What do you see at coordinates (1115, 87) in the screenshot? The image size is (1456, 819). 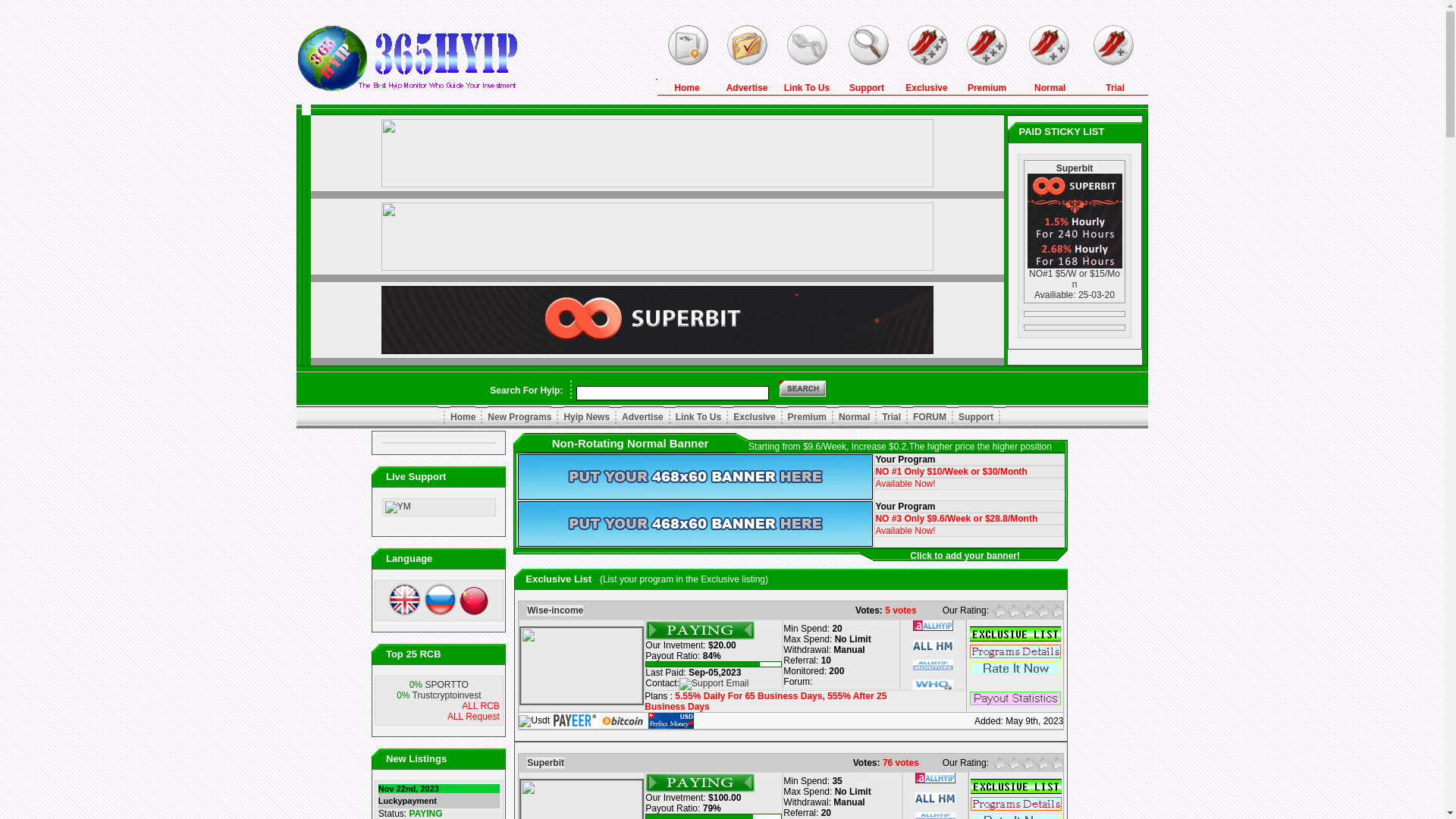 I see `'Trial'` at bounding box center [1115, 87].